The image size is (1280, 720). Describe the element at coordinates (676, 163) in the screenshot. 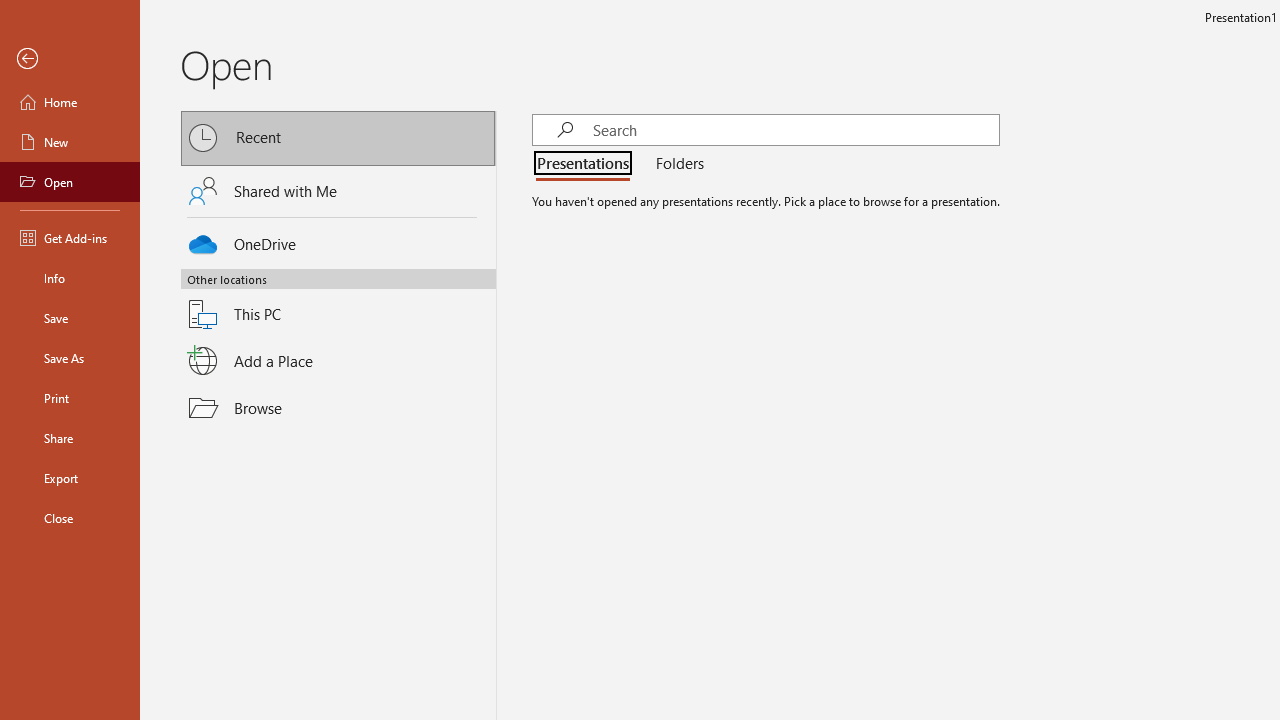

I see `'Folders'` at that location.